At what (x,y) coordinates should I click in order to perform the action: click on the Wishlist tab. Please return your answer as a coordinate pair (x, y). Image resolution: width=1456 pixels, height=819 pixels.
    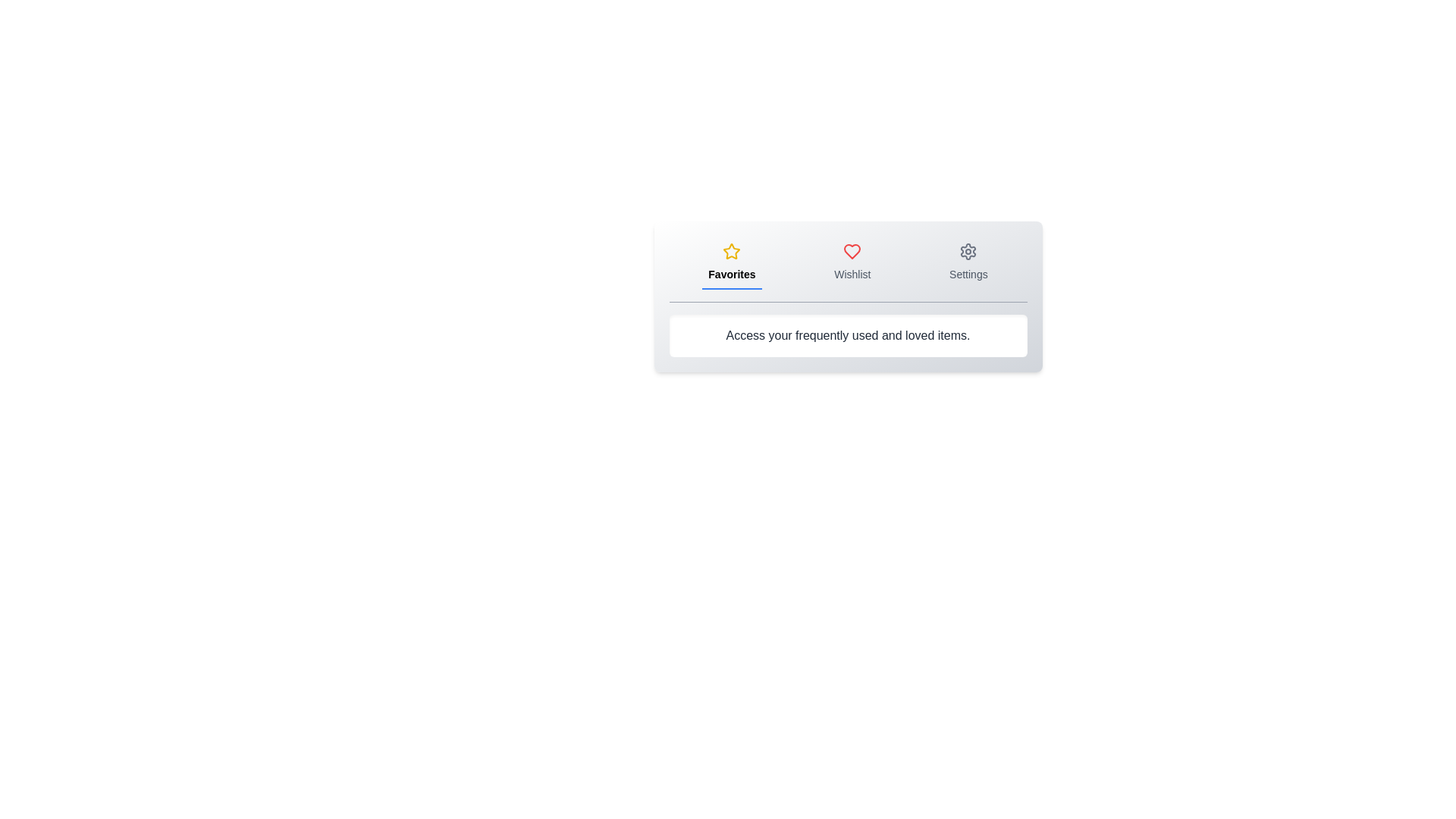
    Looking at the image, I should click on (852, 262).